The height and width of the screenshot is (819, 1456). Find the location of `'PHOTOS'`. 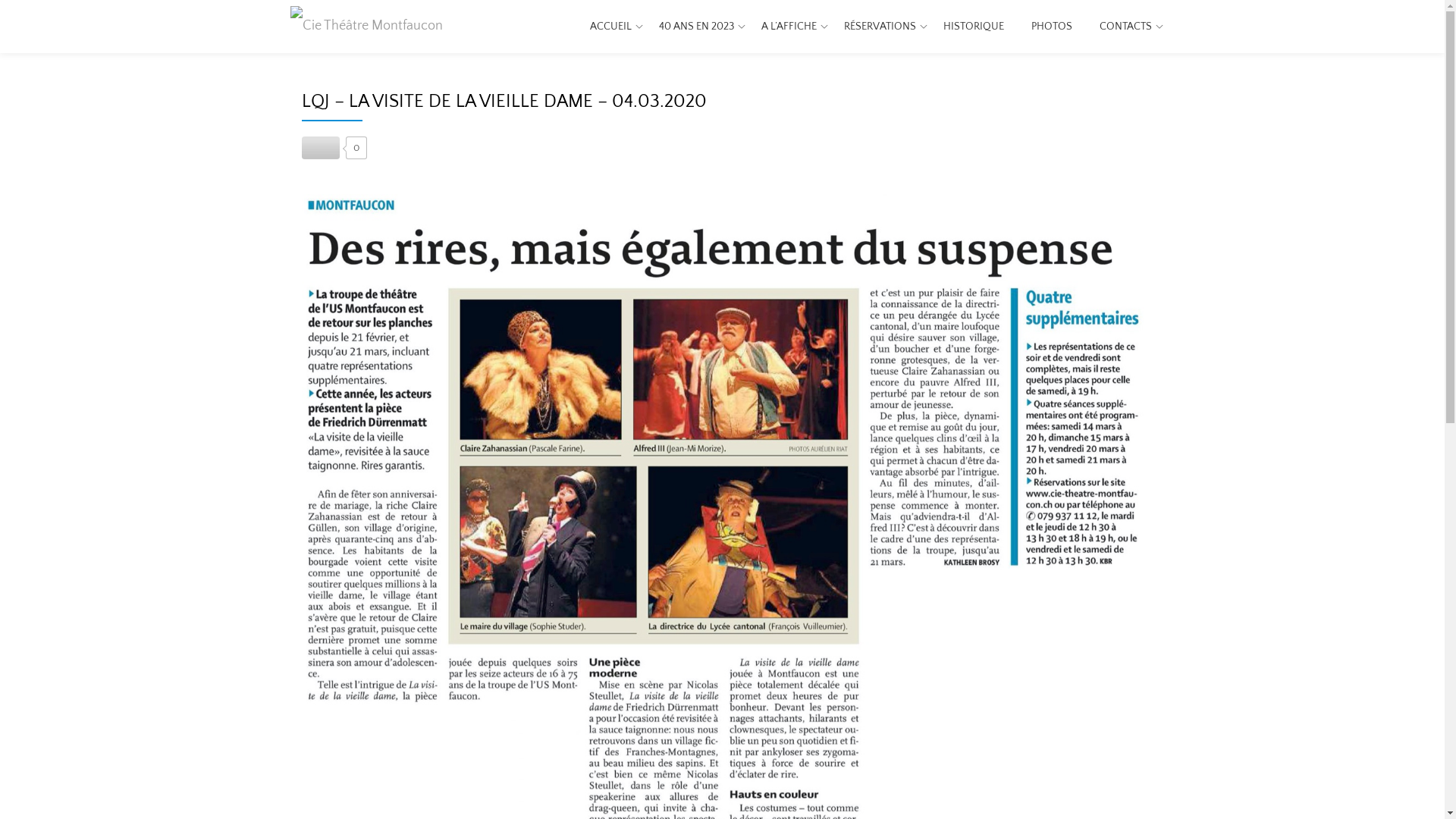

'PHOTOS' is located at coordinates (1051, 26).